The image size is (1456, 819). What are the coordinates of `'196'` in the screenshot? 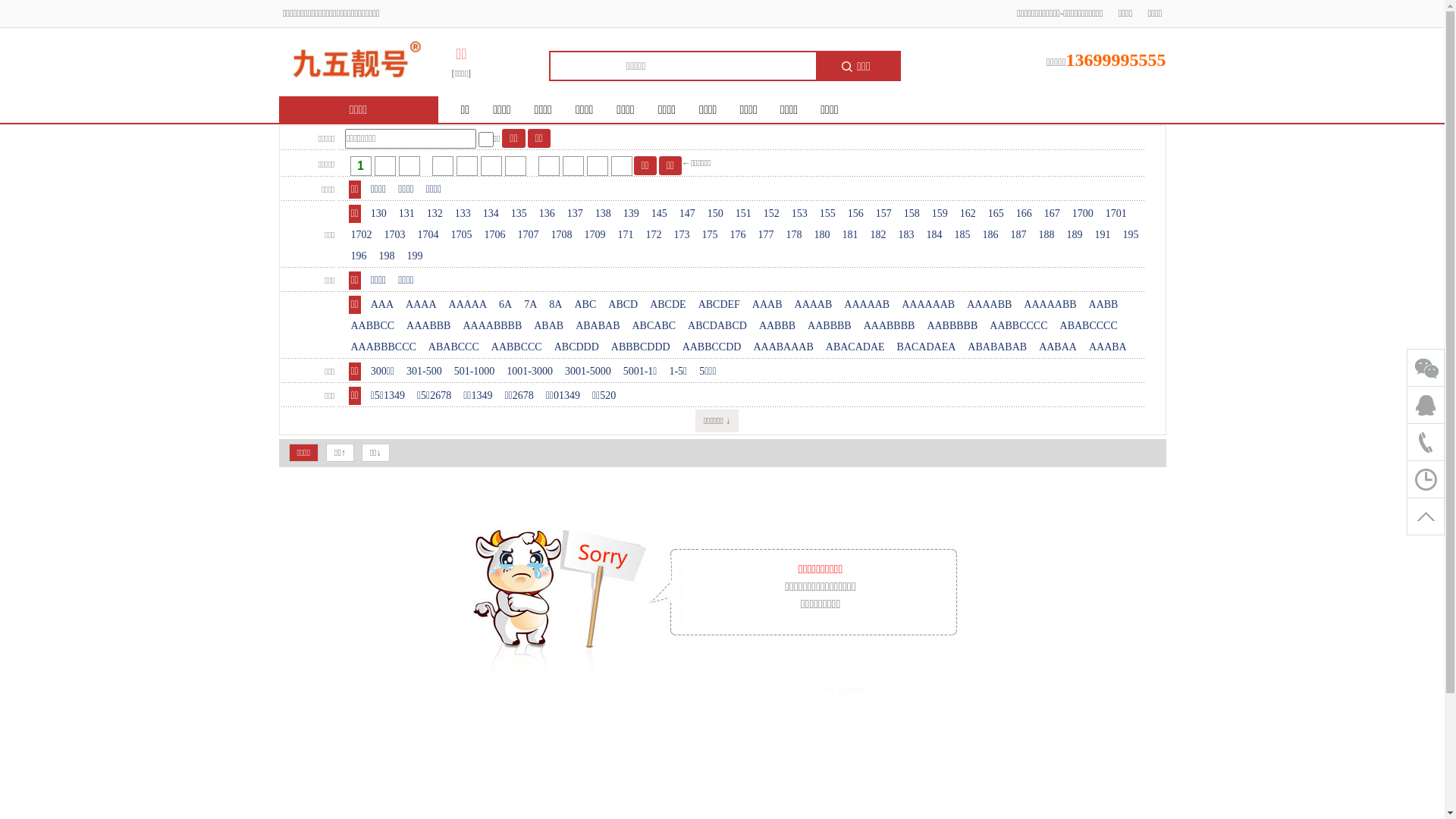 It's located at (348, 256).